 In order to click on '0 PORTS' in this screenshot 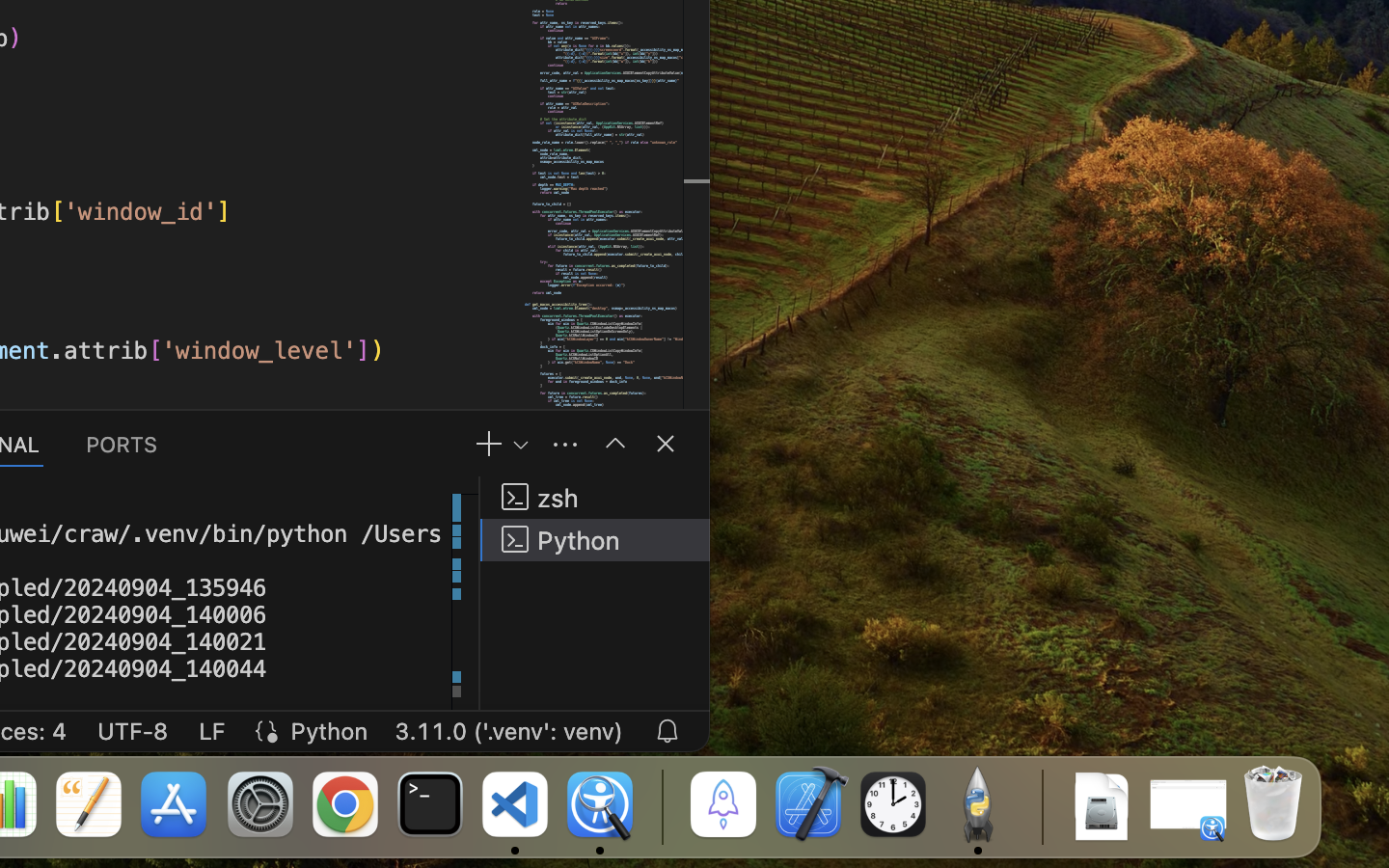, I will do `click(122, 442)`.